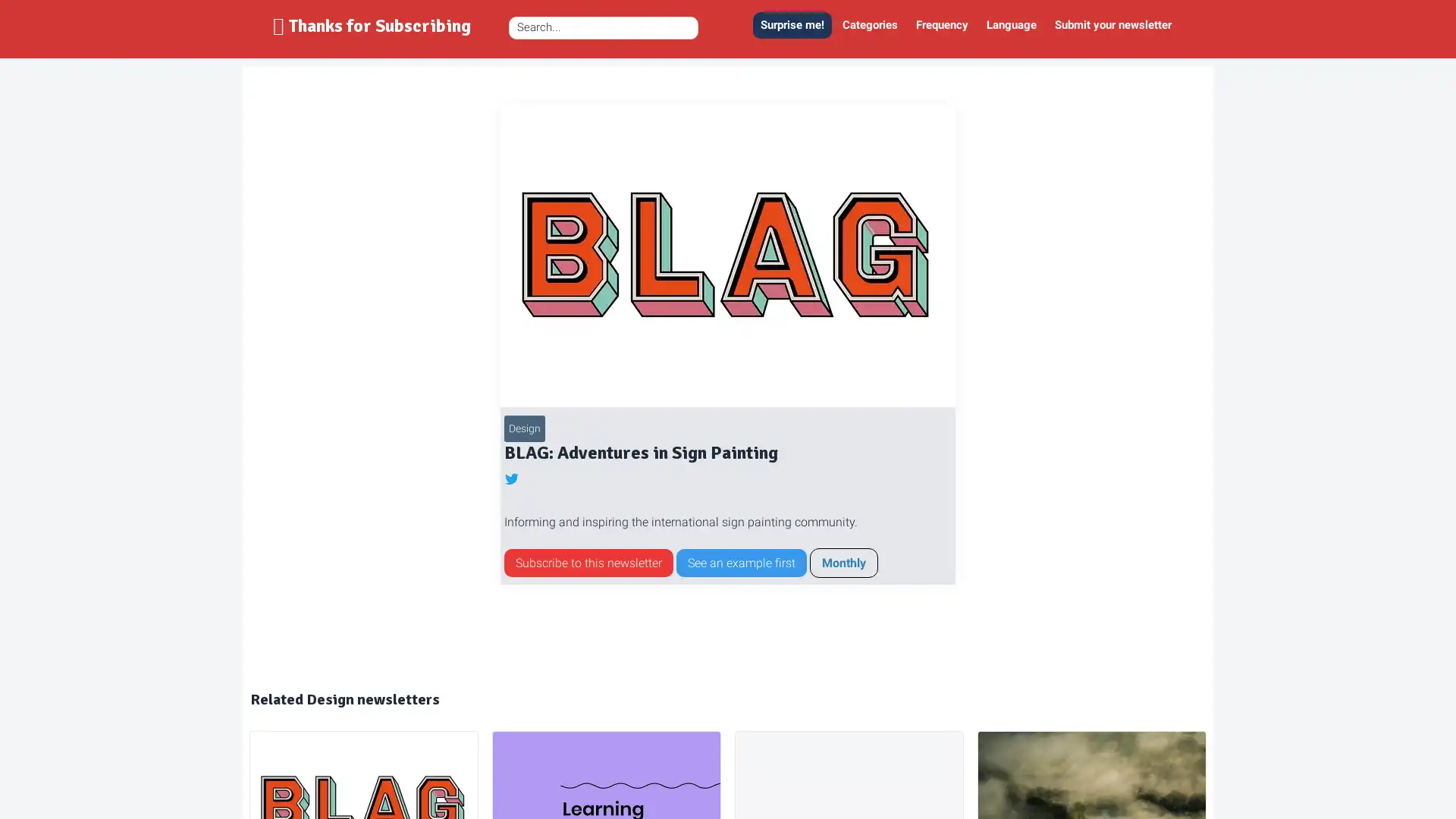  Describe the element at coordinates (697, 27) in the screenshot. I see `Zoek` at that location.